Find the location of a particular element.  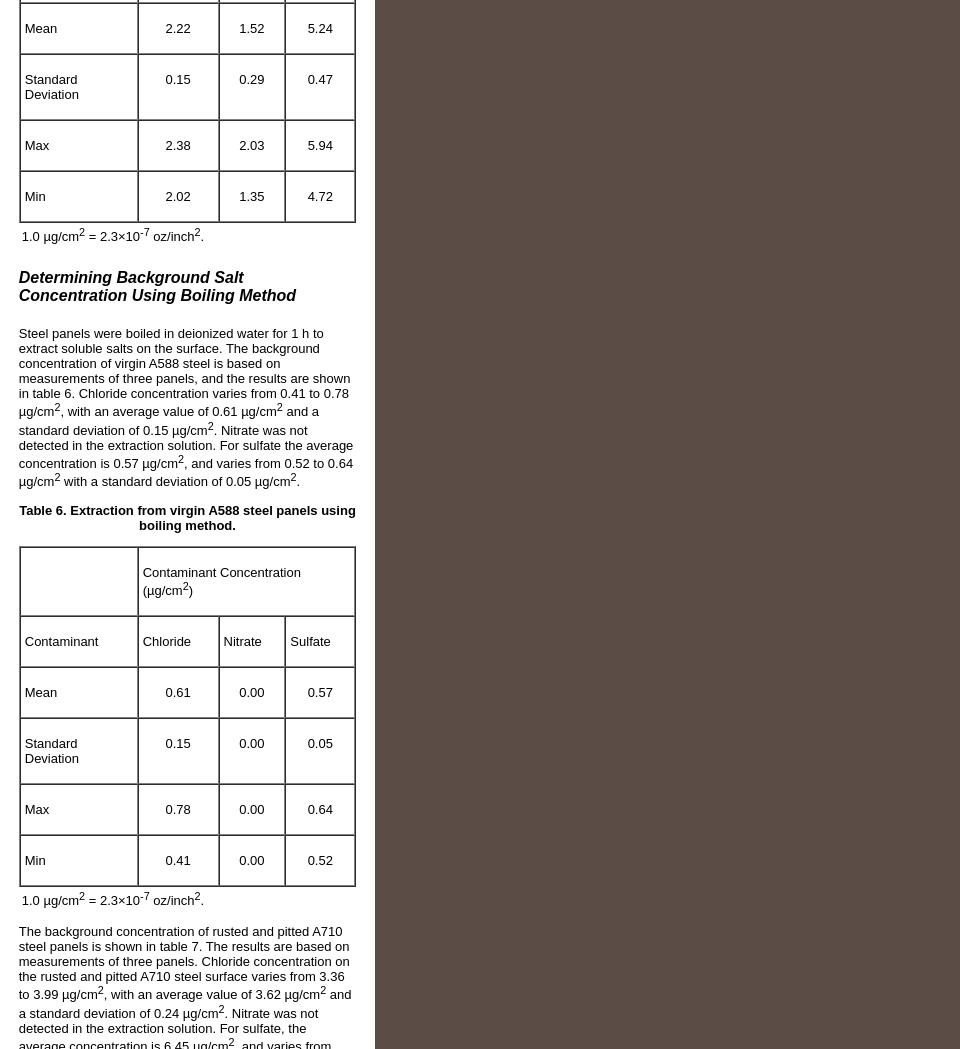

'2.02' is located at coordinates (176, 195).